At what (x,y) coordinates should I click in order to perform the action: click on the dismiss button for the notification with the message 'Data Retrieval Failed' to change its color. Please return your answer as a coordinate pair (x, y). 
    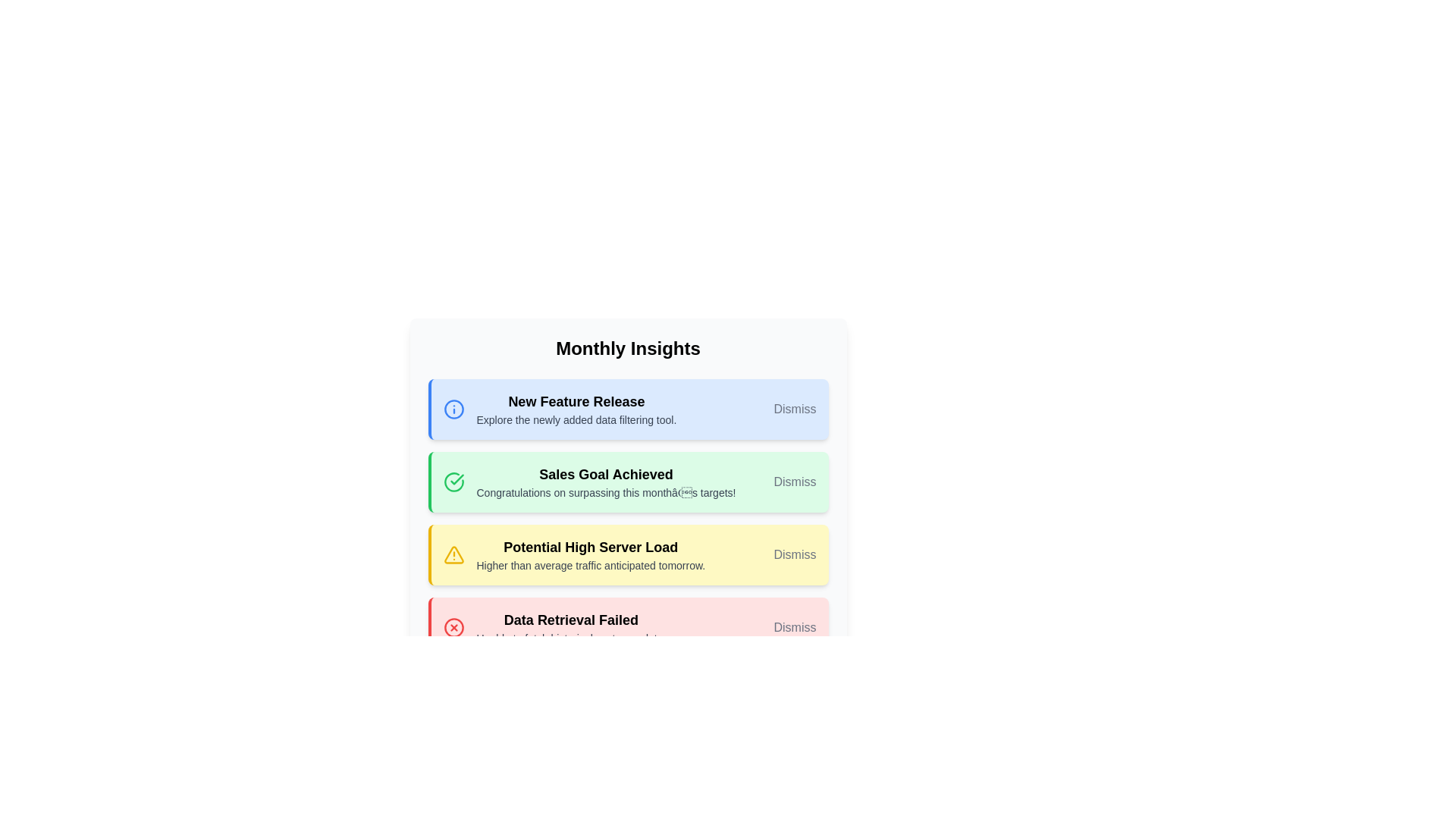
    Looking at the image, I should click on (794, 628).